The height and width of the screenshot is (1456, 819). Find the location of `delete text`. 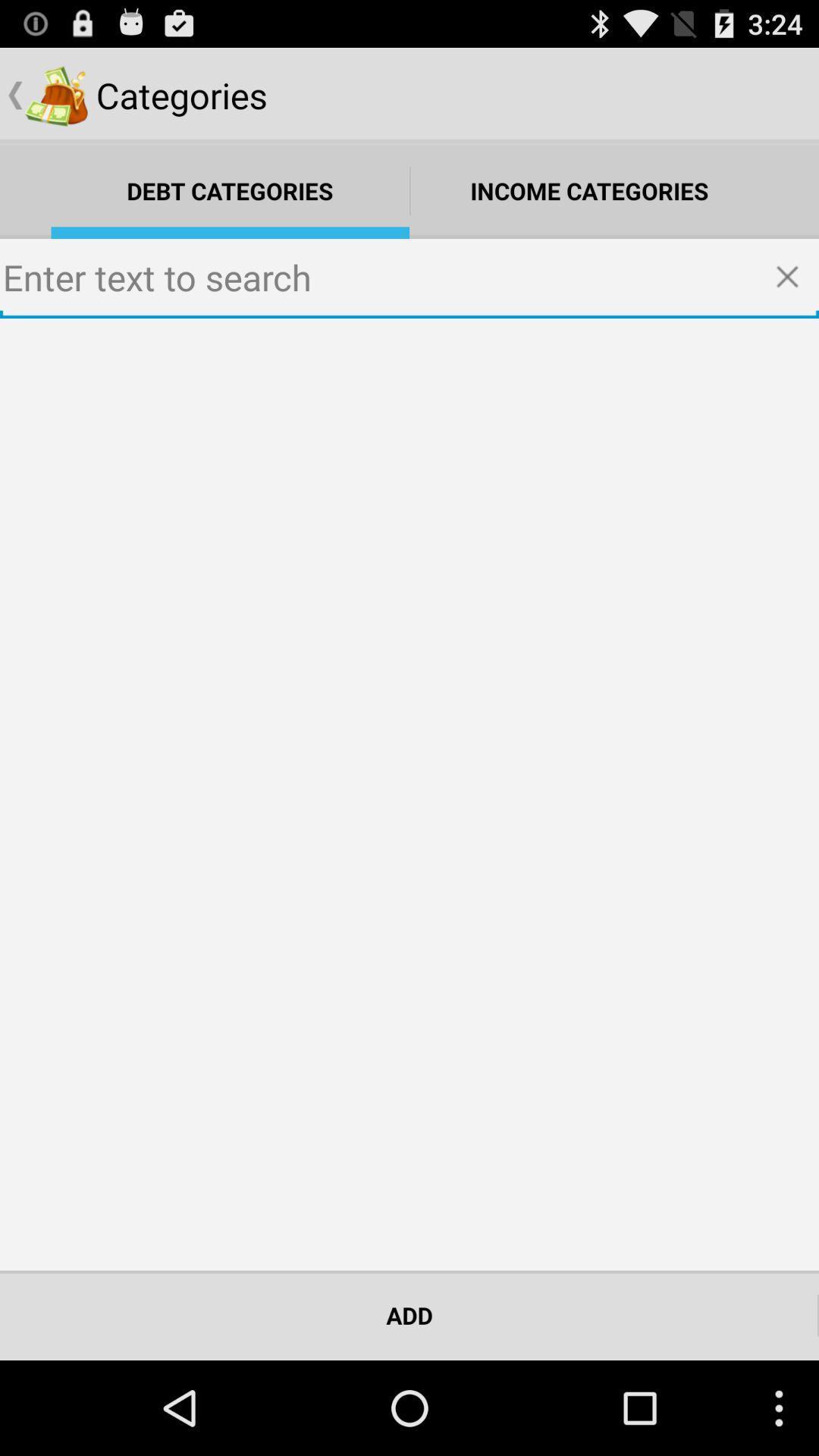

delete text is located at coordinates (792, 278).